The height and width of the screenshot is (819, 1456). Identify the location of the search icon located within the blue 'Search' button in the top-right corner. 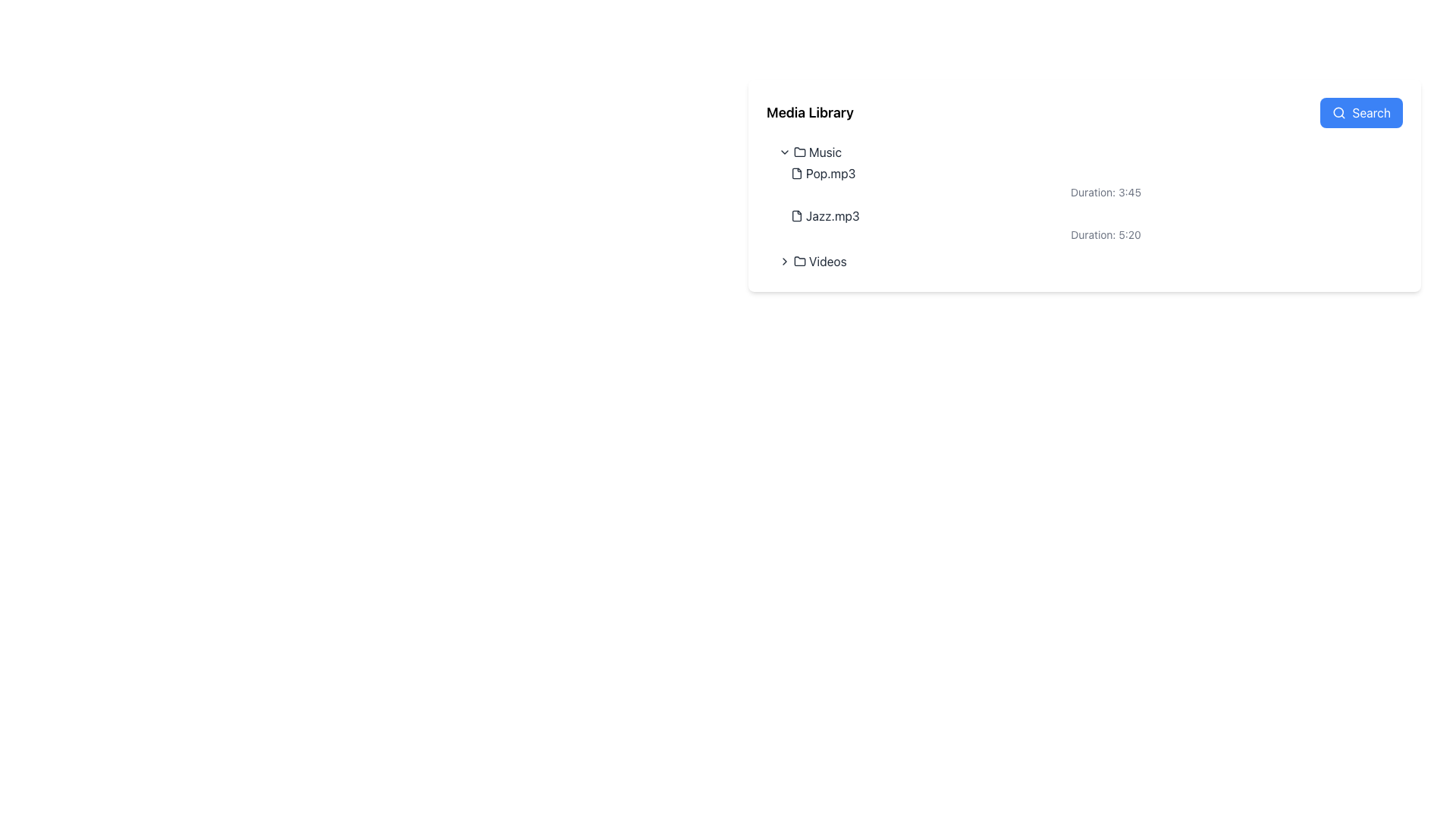
(1339, 112).